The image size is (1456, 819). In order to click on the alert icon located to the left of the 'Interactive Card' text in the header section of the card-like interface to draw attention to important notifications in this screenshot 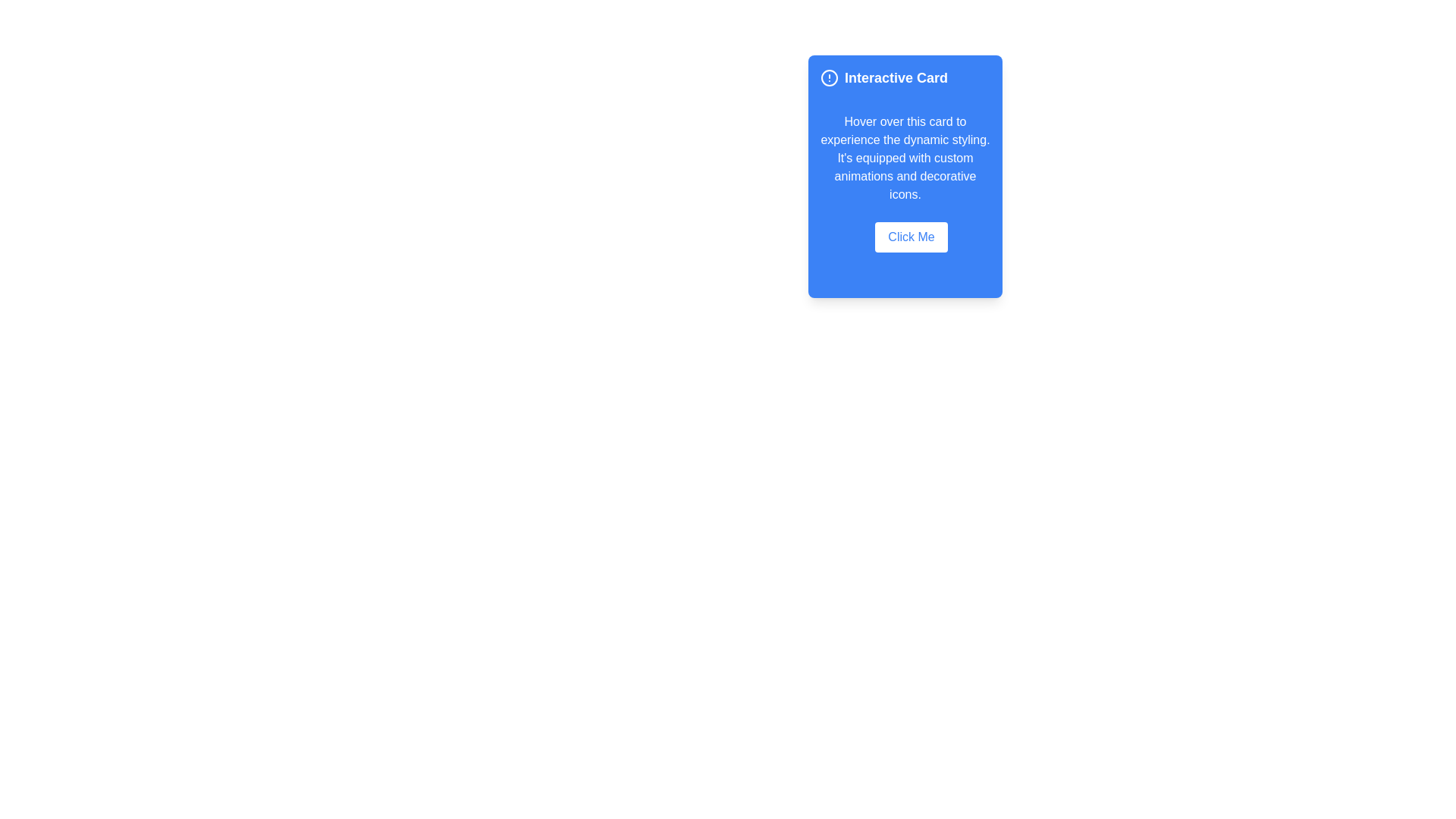, I will do `click(829, 78)`.